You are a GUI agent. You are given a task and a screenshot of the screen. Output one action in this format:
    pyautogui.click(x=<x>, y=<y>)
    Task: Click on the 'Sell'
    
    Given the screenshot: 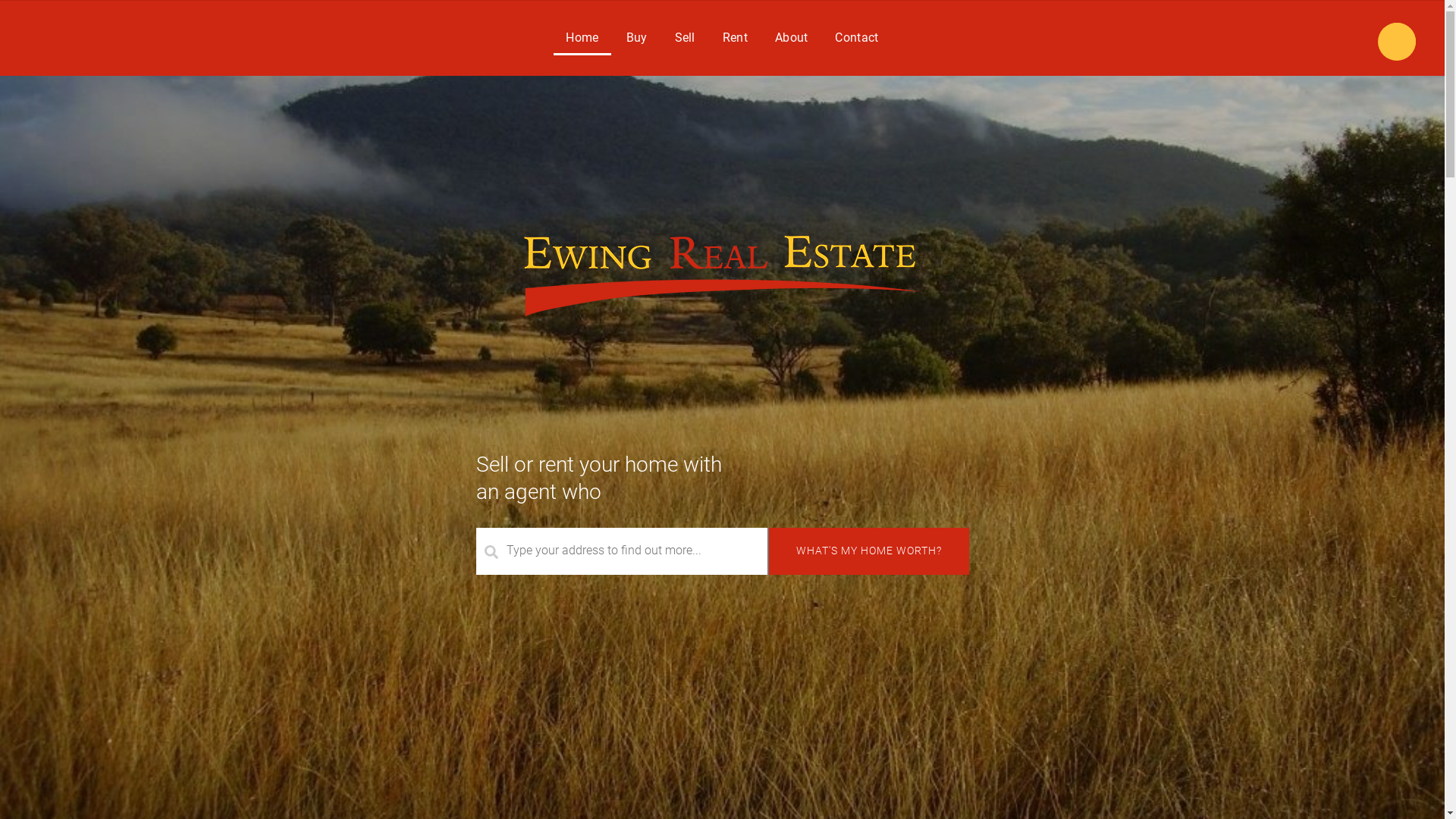 What is the action you would take?
    pyautogui.click(x=684, y=37)
    